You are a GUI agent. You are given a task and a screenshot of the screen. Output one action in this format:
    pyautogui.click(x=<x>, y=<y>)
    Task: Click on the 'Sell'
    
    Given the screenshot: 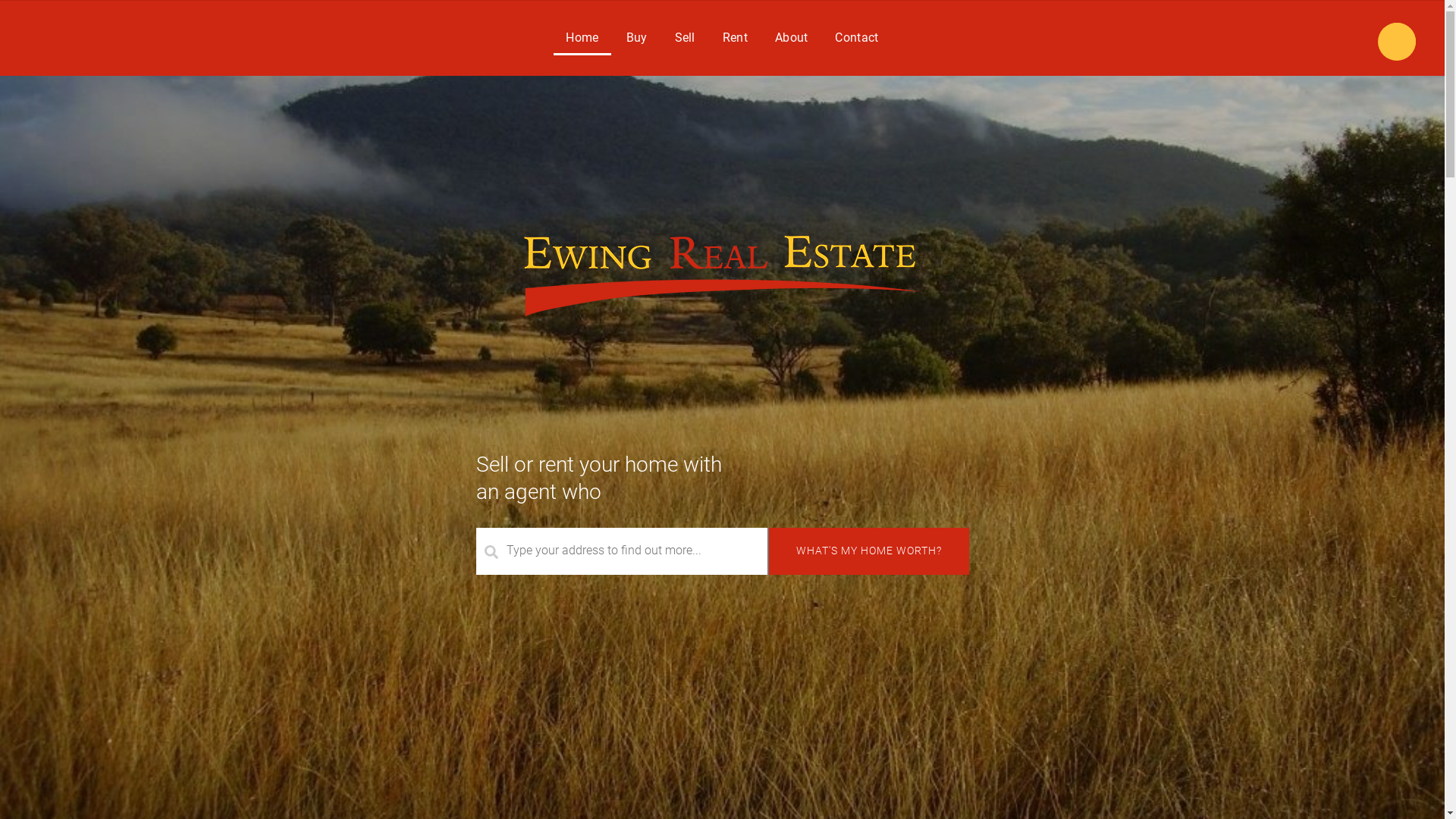 What is the action you would take?
    pyautogui.click(x=684, y=37)
    